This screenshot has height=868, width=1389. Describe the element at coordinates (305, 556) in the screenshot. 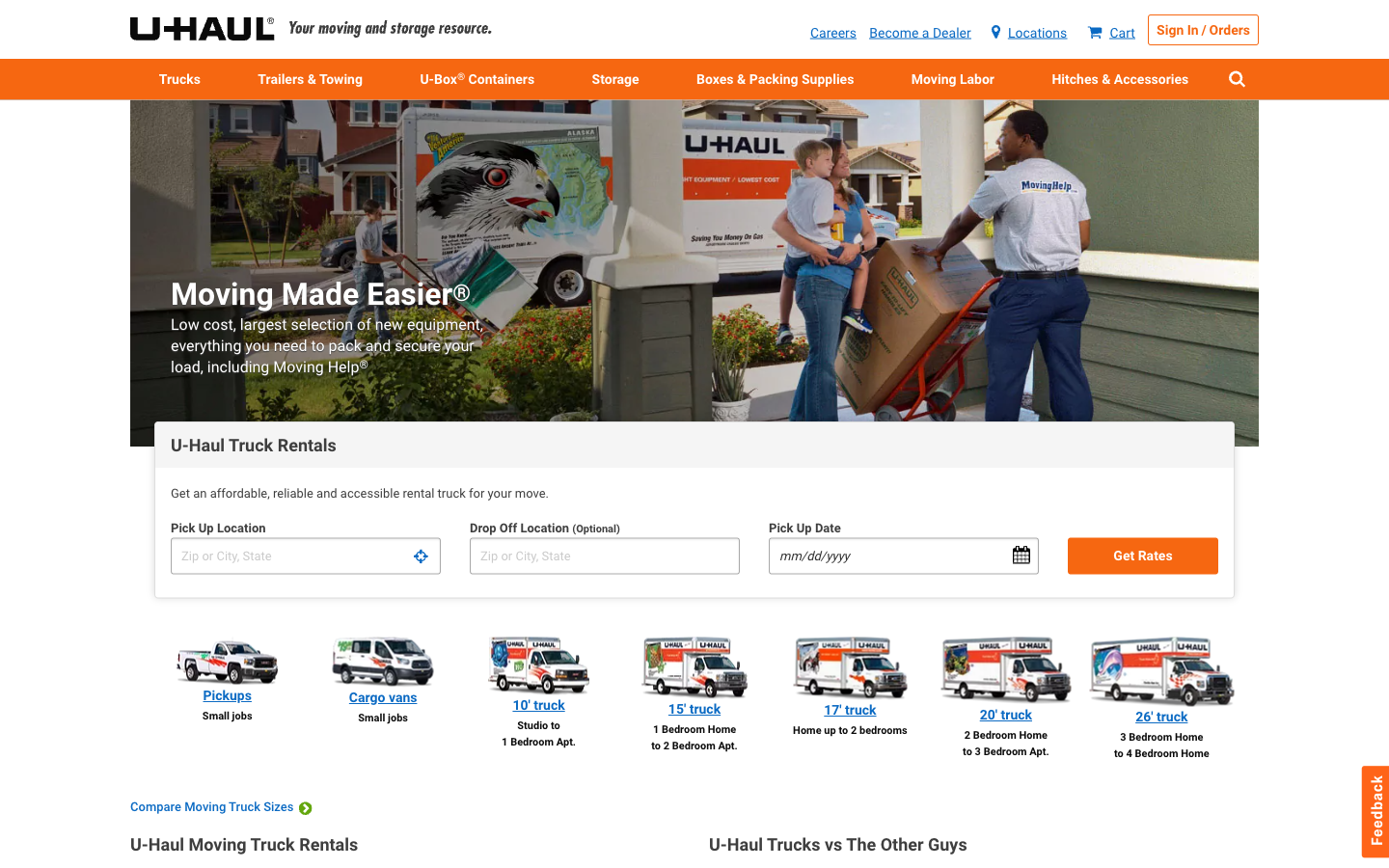

I see `Get rates for truck rental with pick up at A` at that location.